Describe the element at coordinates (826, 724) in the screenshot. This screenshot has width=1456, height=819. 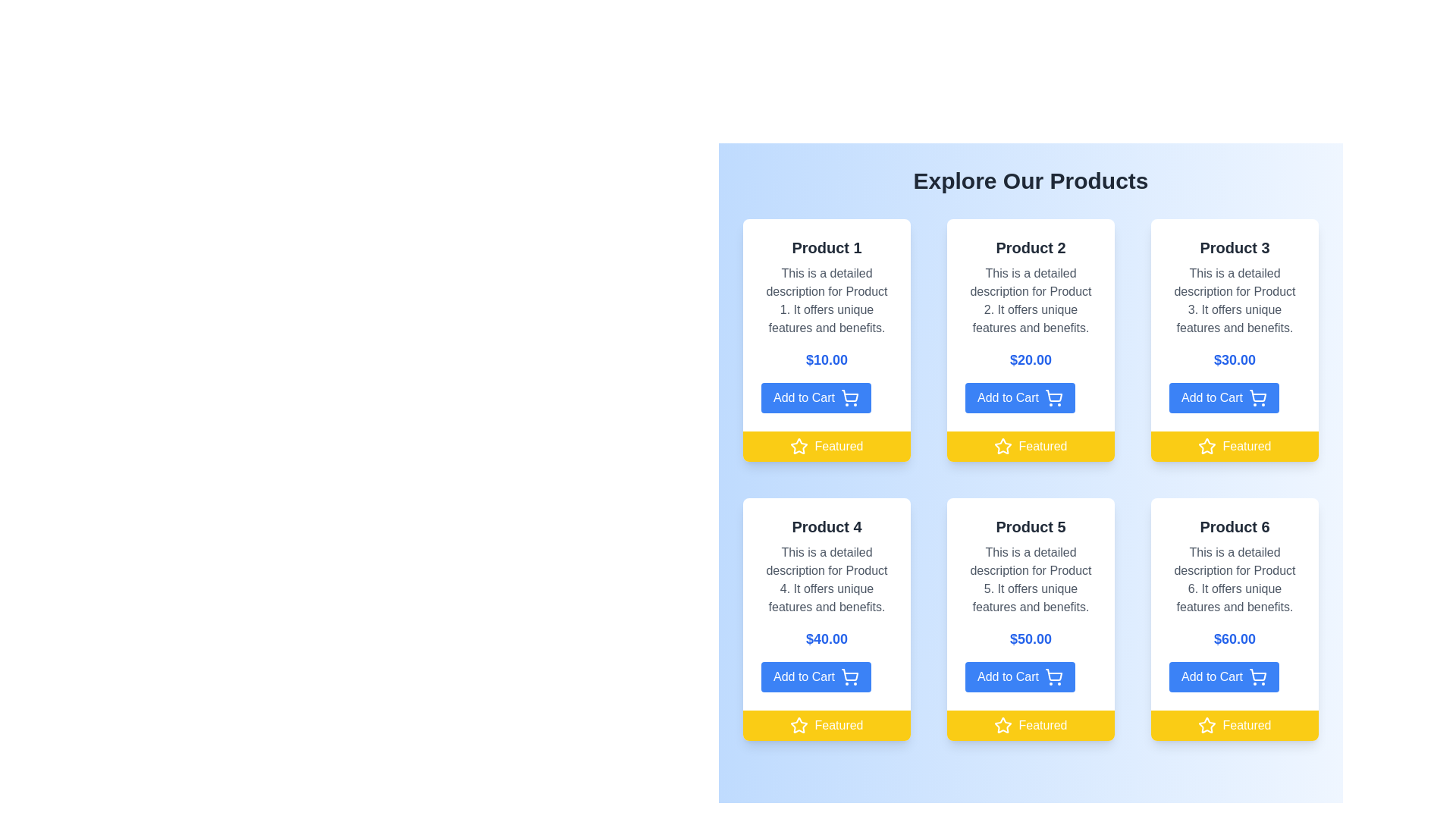
I see `the featured item label beneath the 'Add to Cart' button for 'Product 4' to indicate its special status` at that location.